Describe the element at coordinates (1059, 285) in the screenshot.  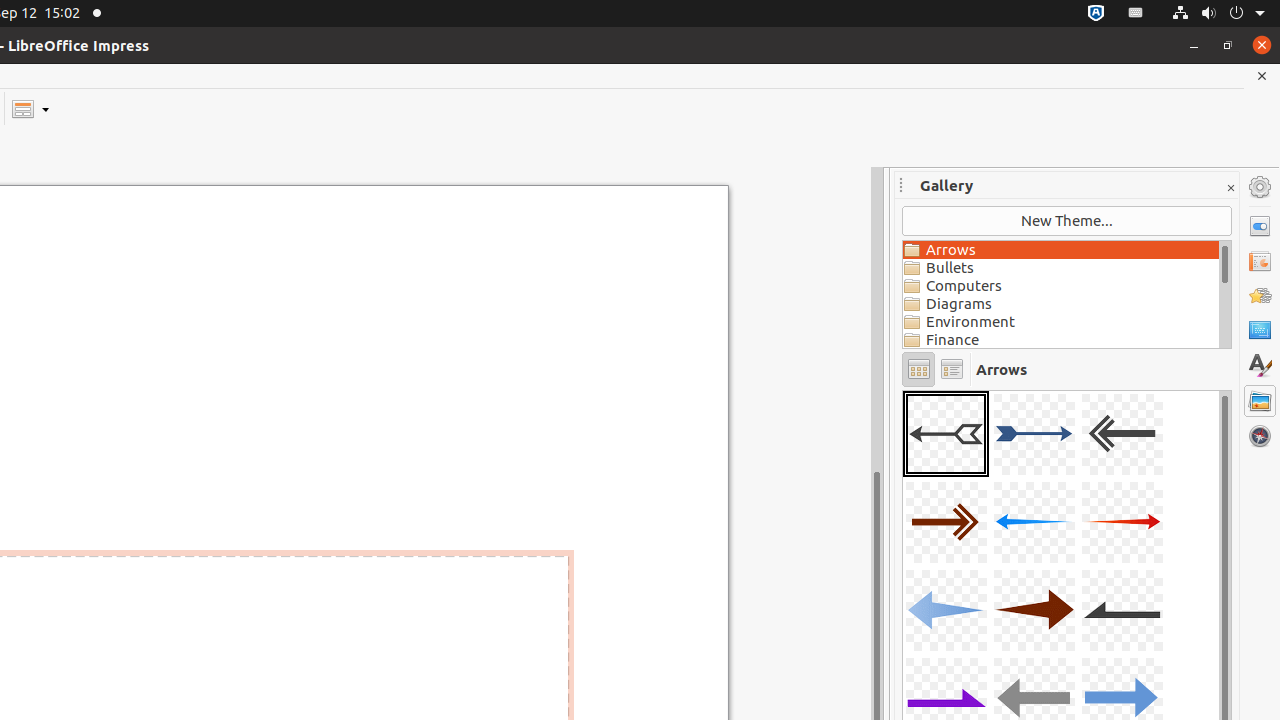
I see `'Computers'` at that location.